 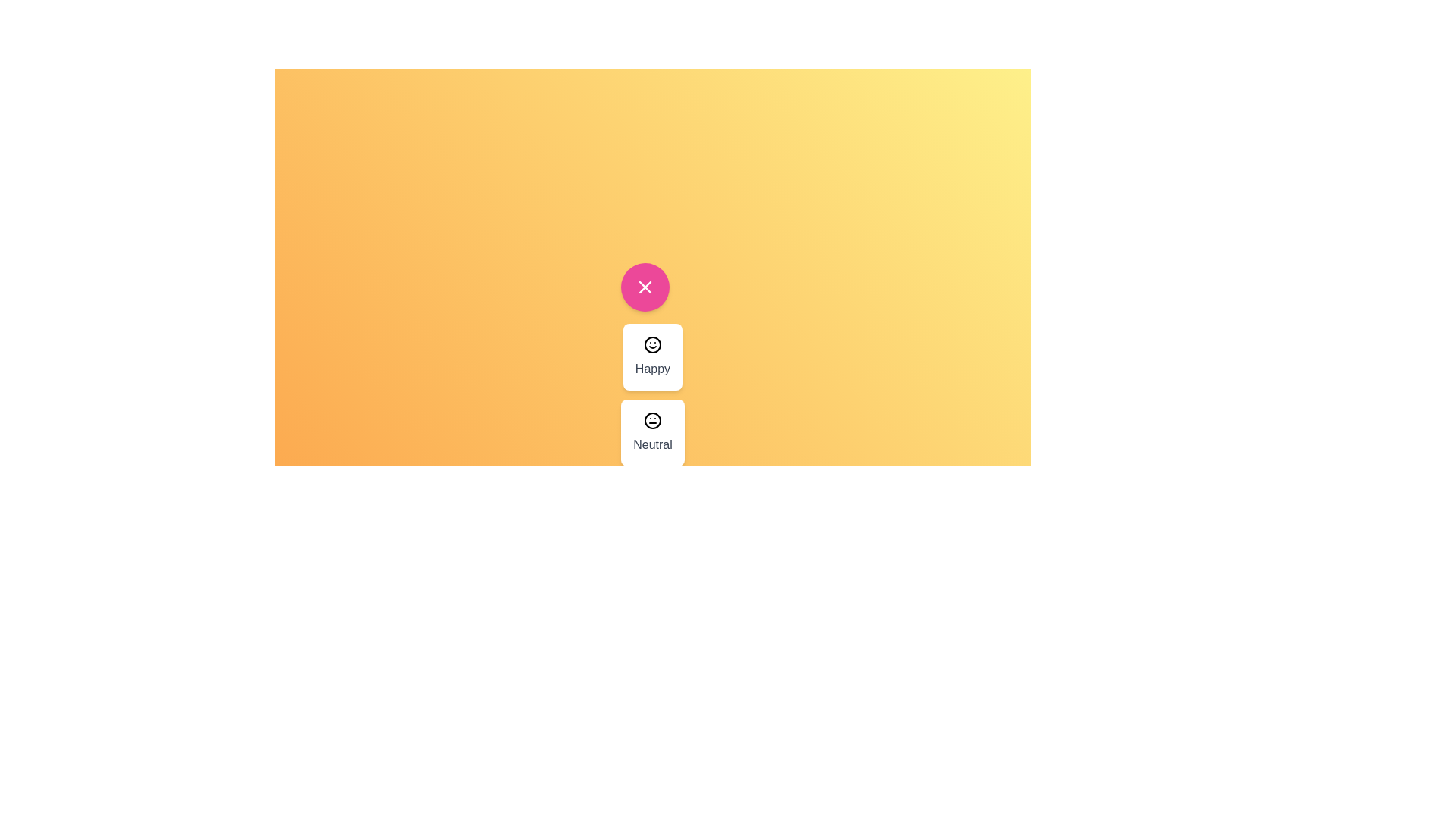 What do you see at coordinates (652, 356) in the screenshot?
I see `the emoji menu item labeled Happy` at bounding box center [652, 356].